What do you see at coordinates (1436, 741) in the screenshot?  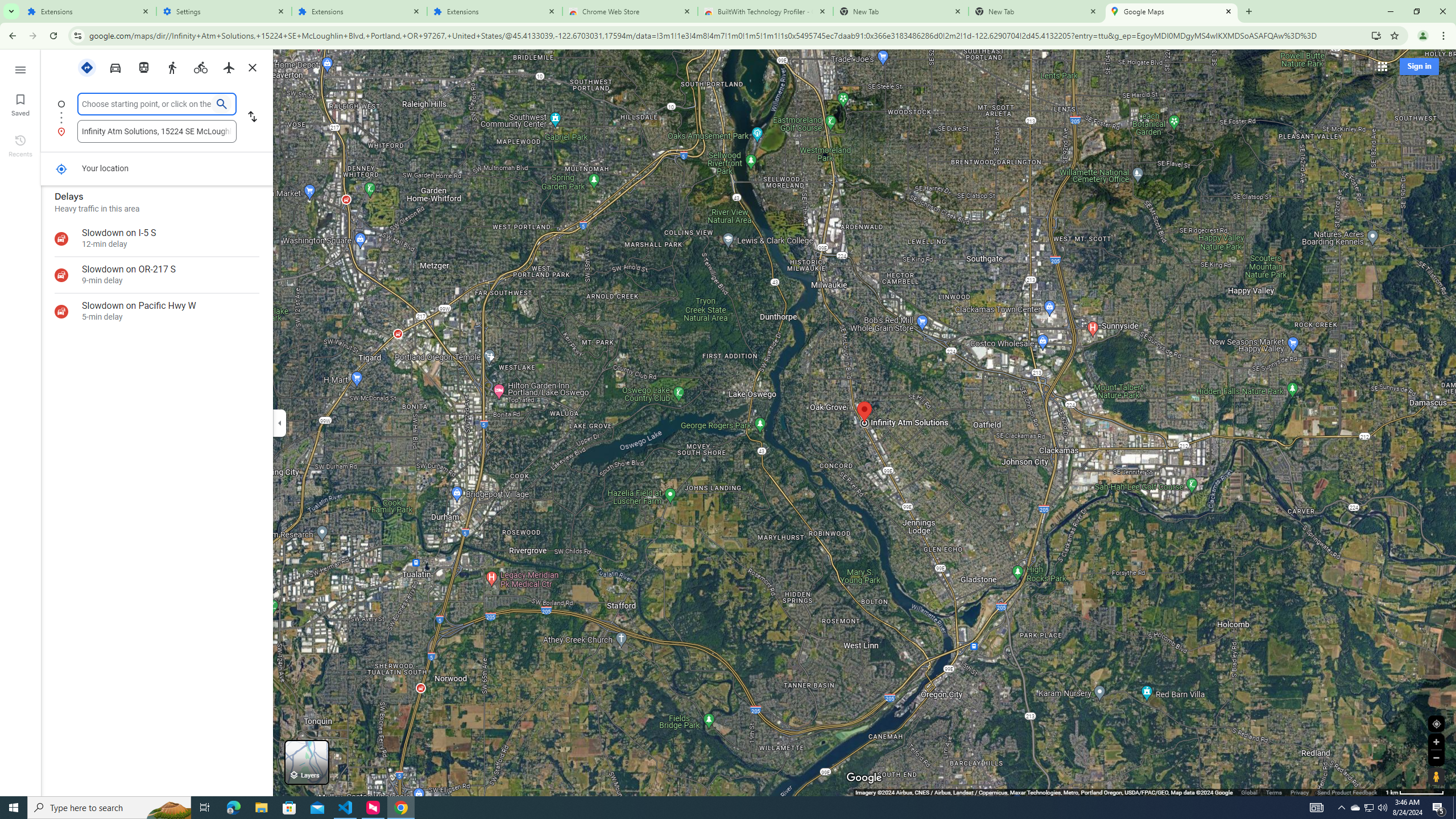 I see `'Zoom in'` at bounding box center [1436, 741].